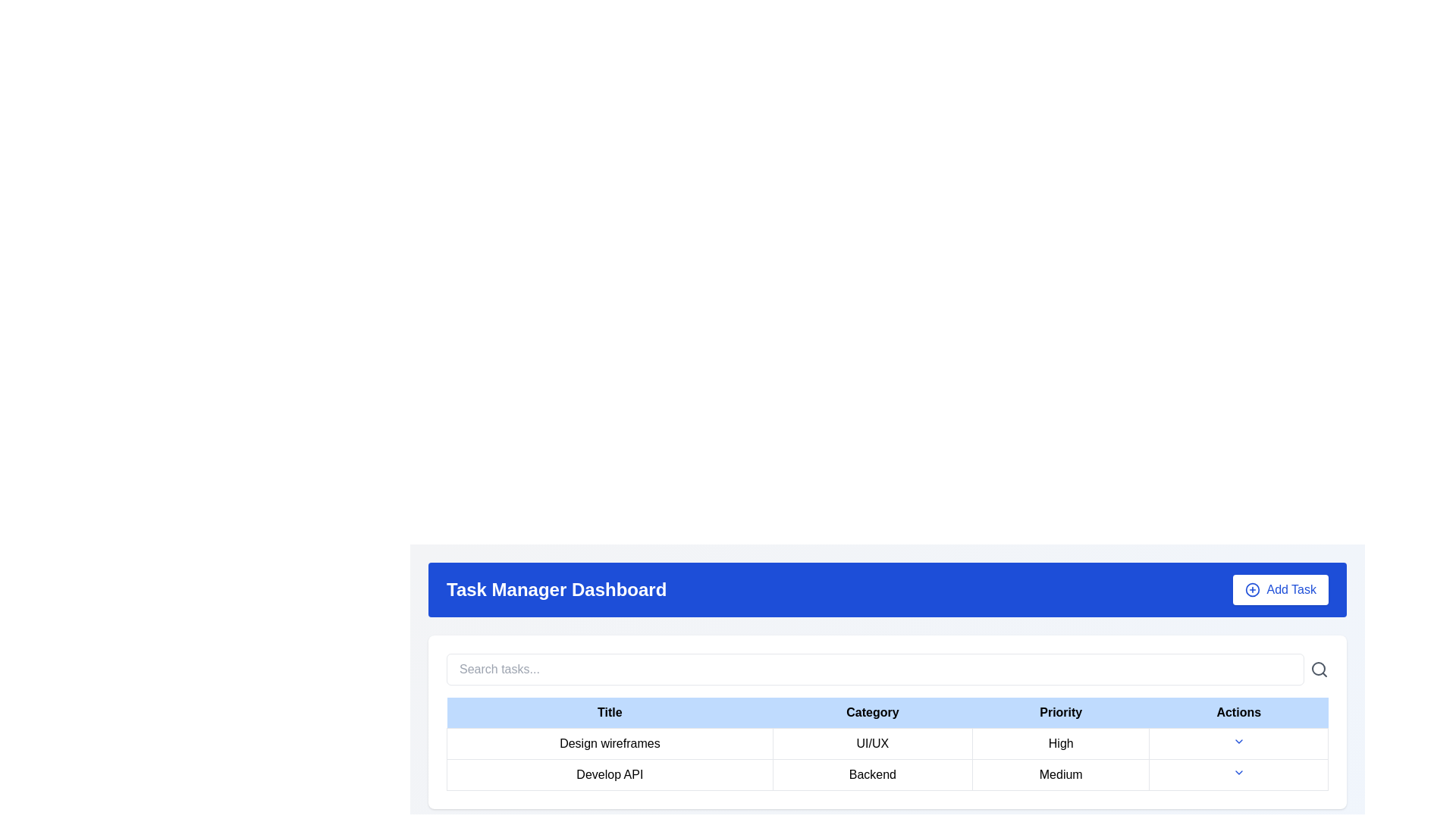  Describe the element at coordinates (1280, 589) in the screenshot. I see `the 'Add Task' button located on the right side of the blue header bar labeled 'Task Manager Dashboard' to initiate the process of adding a new task` at that location.